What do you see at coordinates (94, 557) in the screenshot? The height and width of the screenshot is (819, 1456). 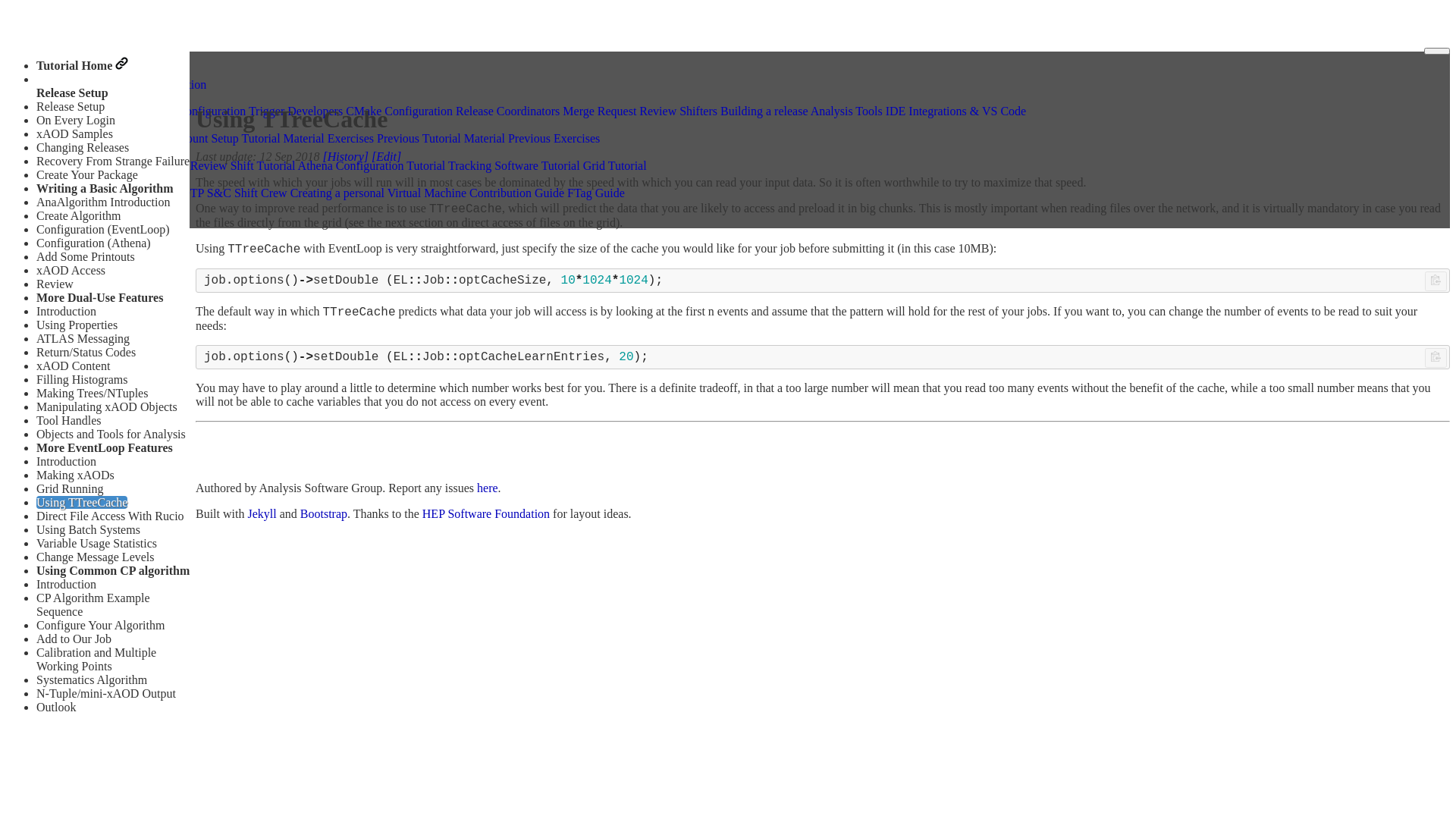 I see `'Change Message Levels'` at bounding box center [94, 557].